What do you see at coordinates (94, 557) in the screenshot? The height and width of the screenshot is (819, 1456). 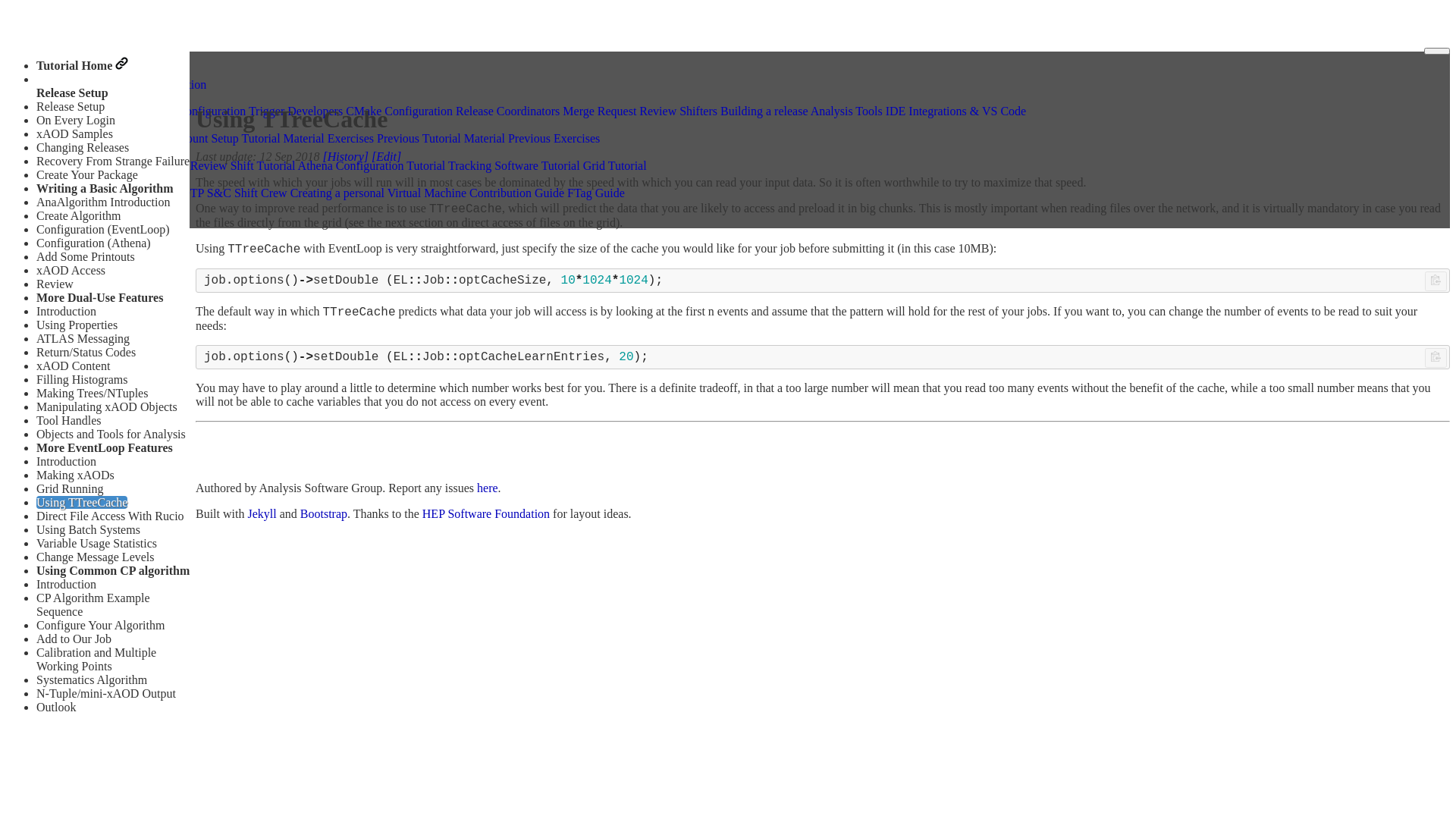 I see `'Change Message Levels'` at bounding box center [94, 557].